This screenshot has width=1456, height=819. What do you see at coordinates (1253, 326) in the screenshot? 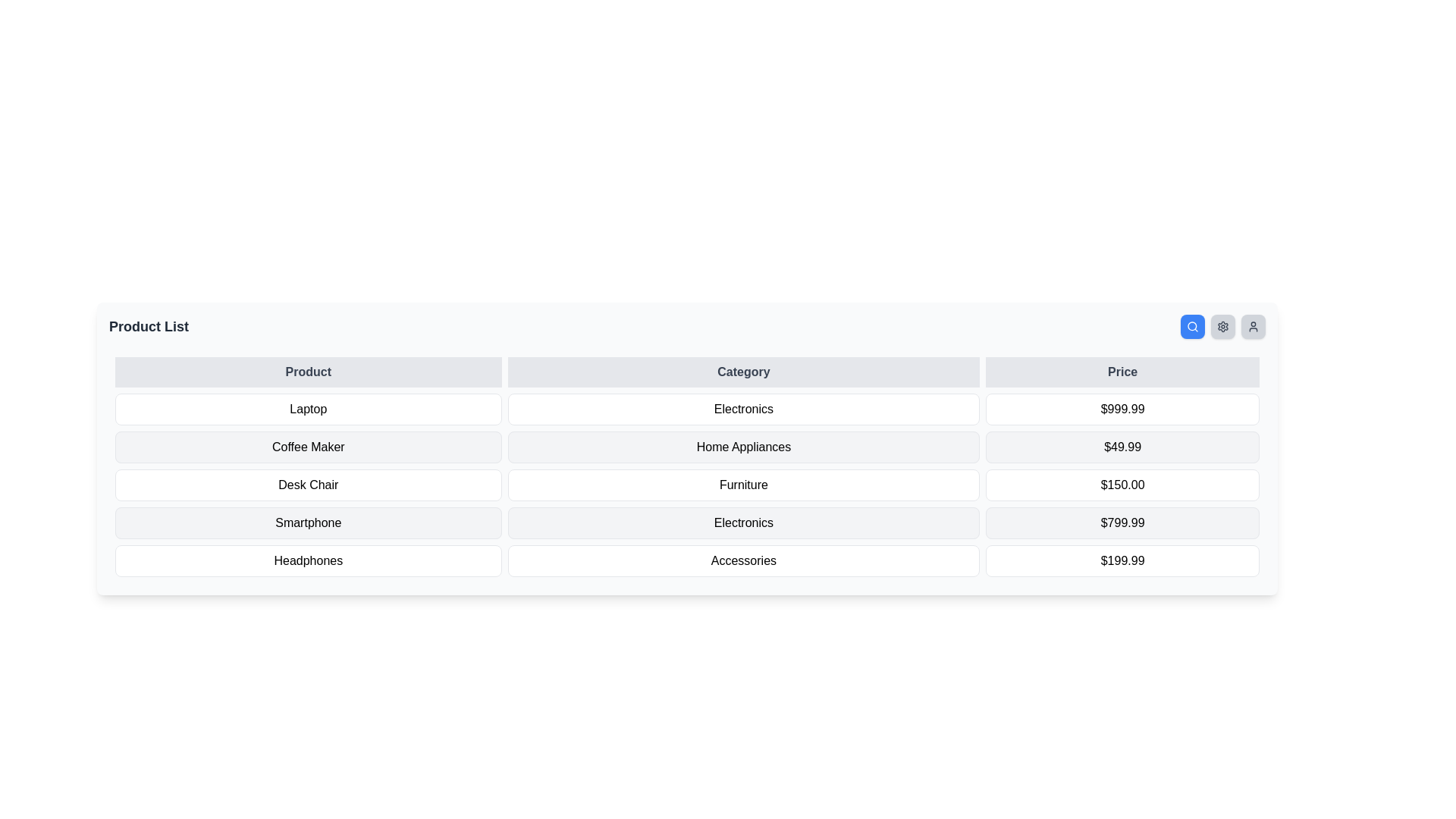
I see `the user profile button located in the top-right corner of the interface, which is the fourth button in the row` at bounding box center [1253, 326].